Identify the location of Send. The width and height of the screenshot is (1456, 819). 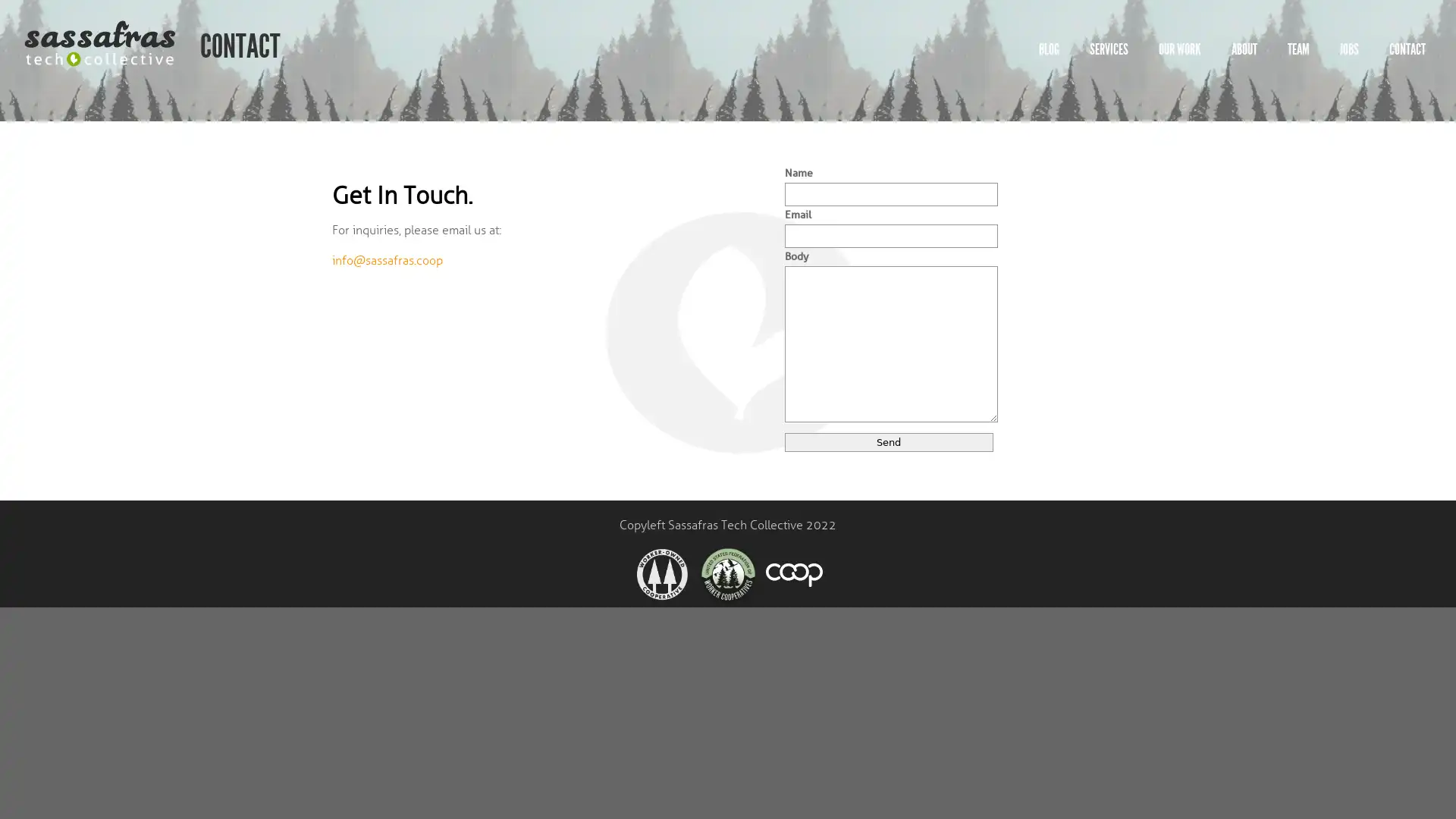
(888, 441).